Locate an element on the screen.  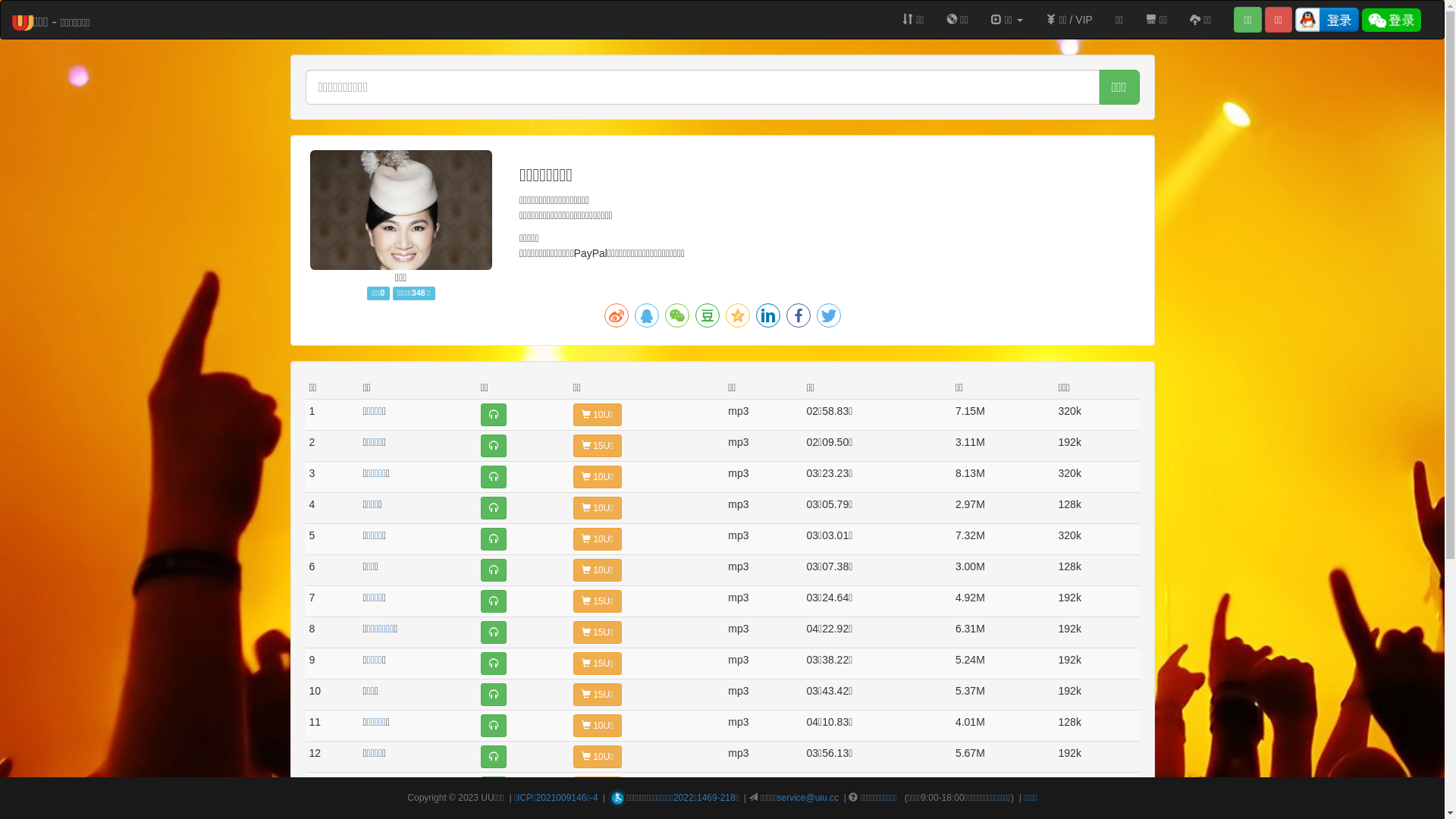
'service@uiu.cc' is located at coordinates (807, 797).